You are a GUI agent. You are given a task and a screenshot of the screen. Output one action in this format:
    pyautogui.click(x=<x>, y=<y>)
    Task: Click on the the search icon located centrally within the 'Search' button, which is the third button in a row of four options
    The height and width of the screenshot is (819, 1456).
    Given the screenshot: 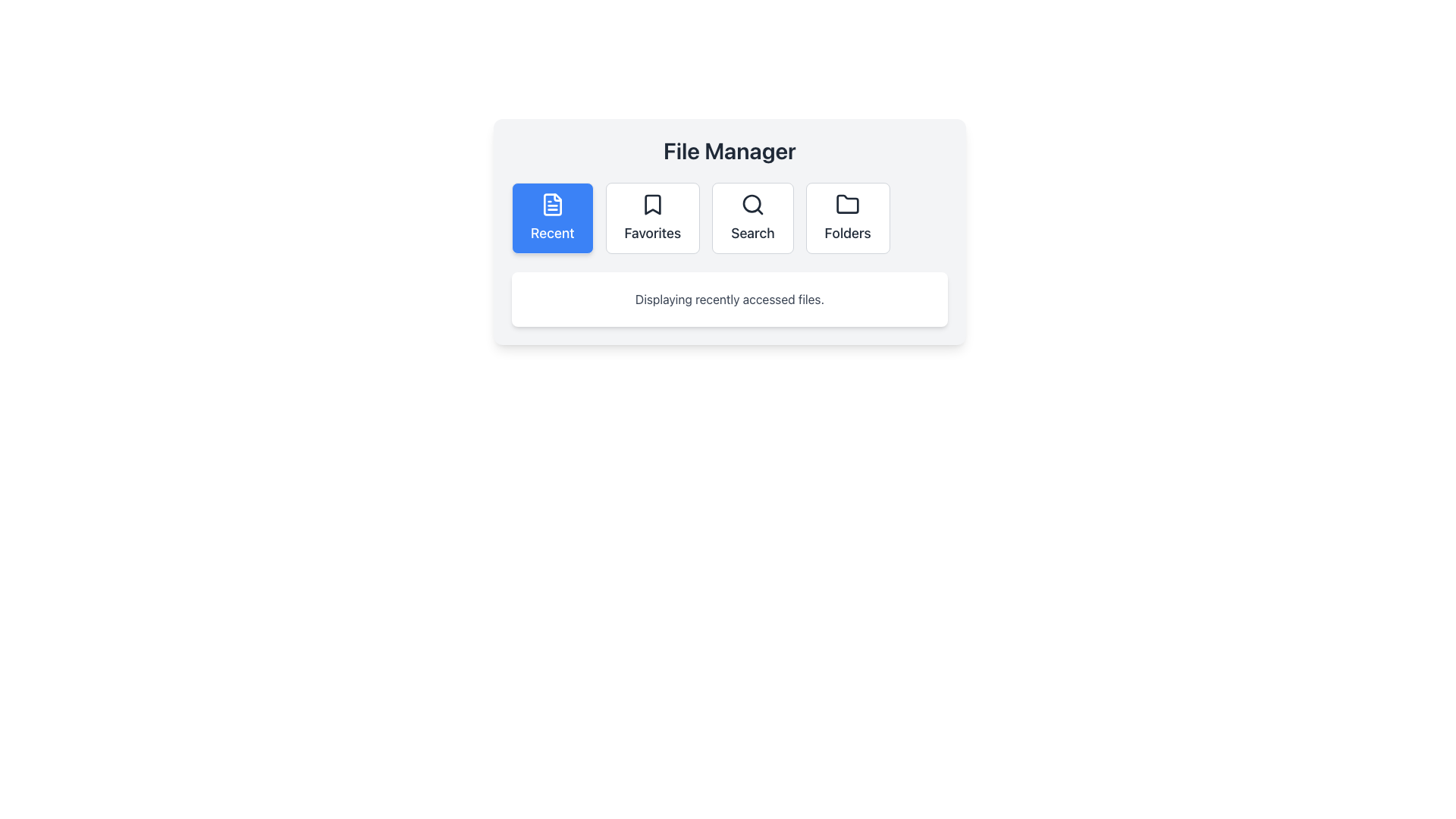 What is the action you would take?
    pyautogui.click(x=752, y=205)
    